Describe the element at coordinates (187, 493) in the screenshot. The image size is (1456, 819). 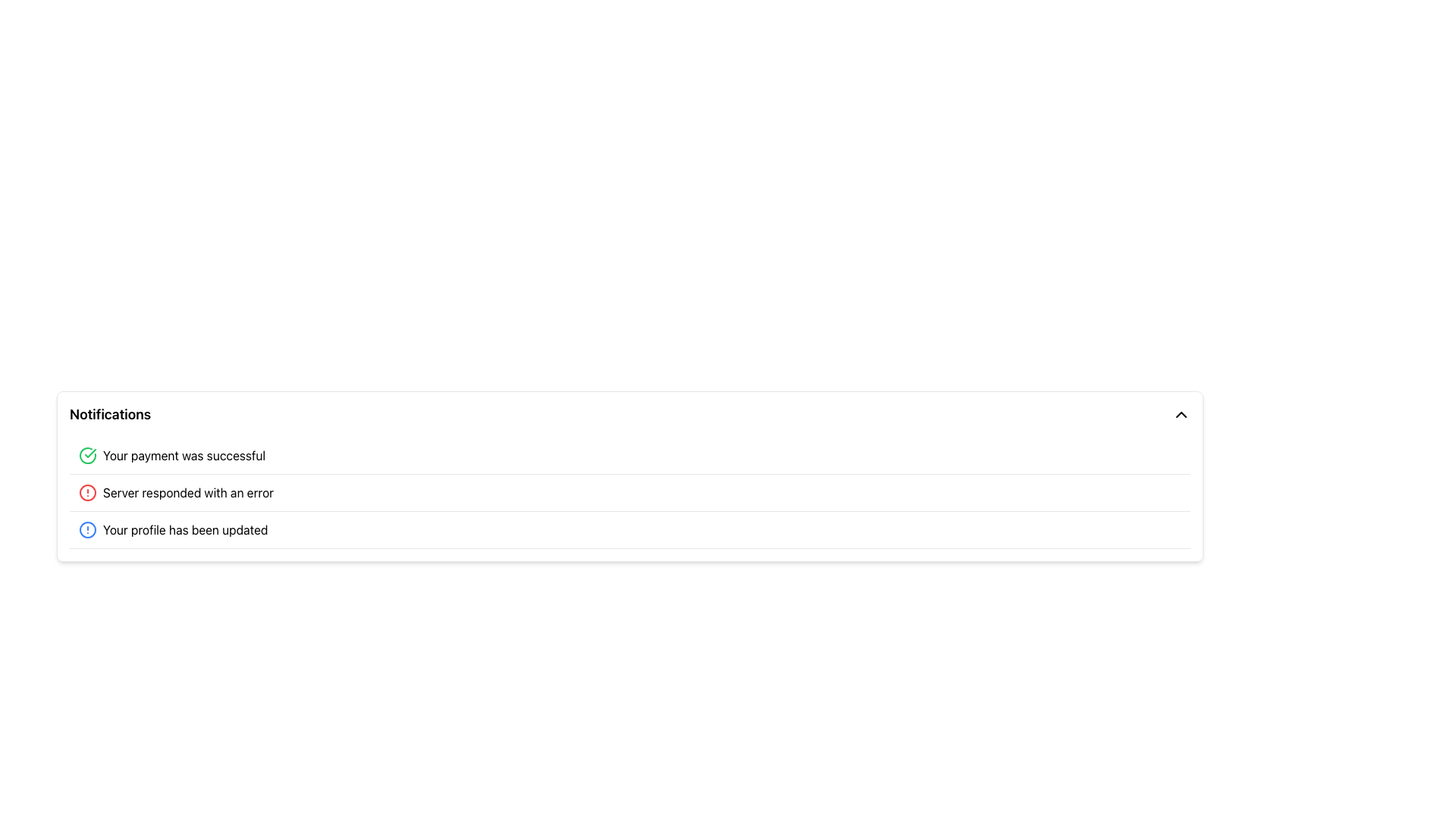
I see `the text label that reads 'Server responded with an error.' located in the notification bar, which is styled in black and positioned between a red alert icon and a blue info icon` at that location.